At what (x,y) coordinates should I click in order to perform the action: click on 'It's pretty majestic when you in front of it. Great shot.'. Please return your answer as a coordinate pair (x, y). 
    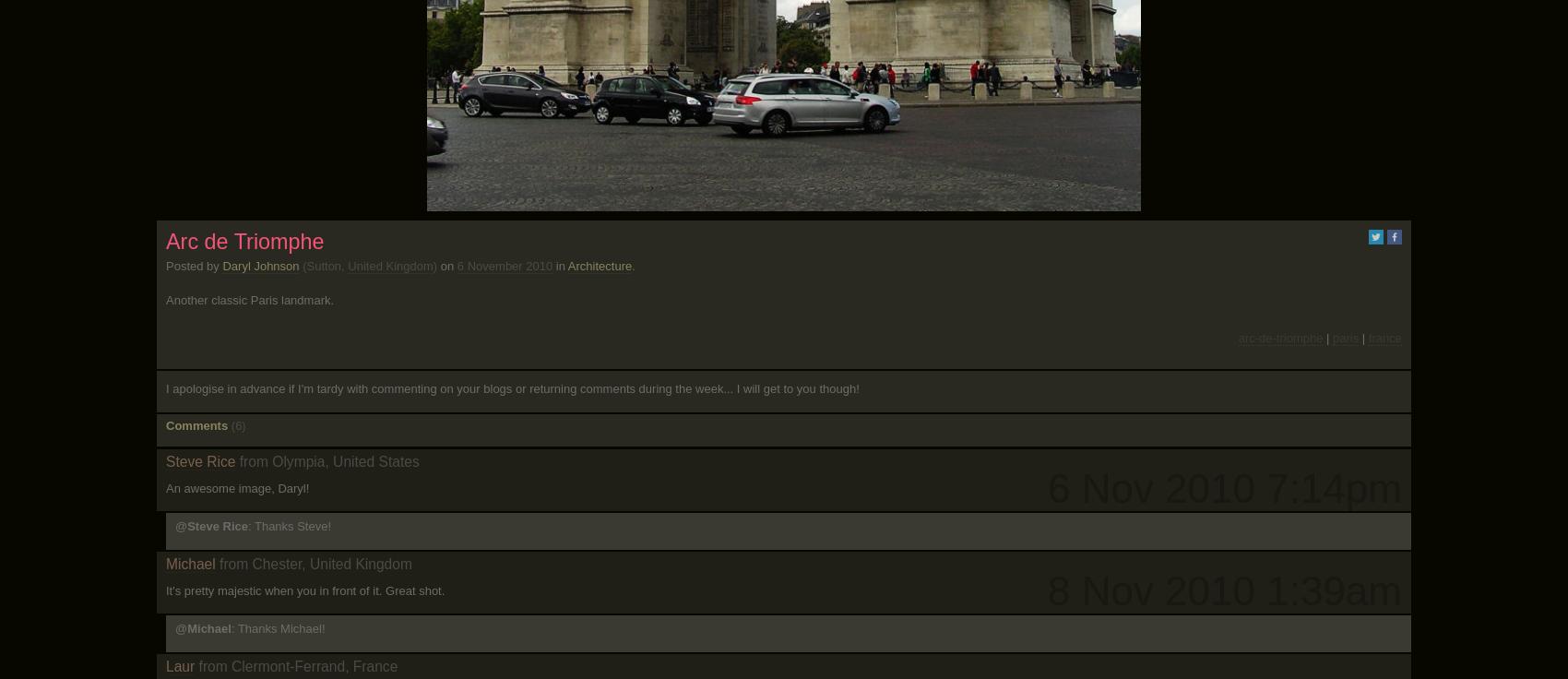
    Looking at the image, I should click on (303, 590).